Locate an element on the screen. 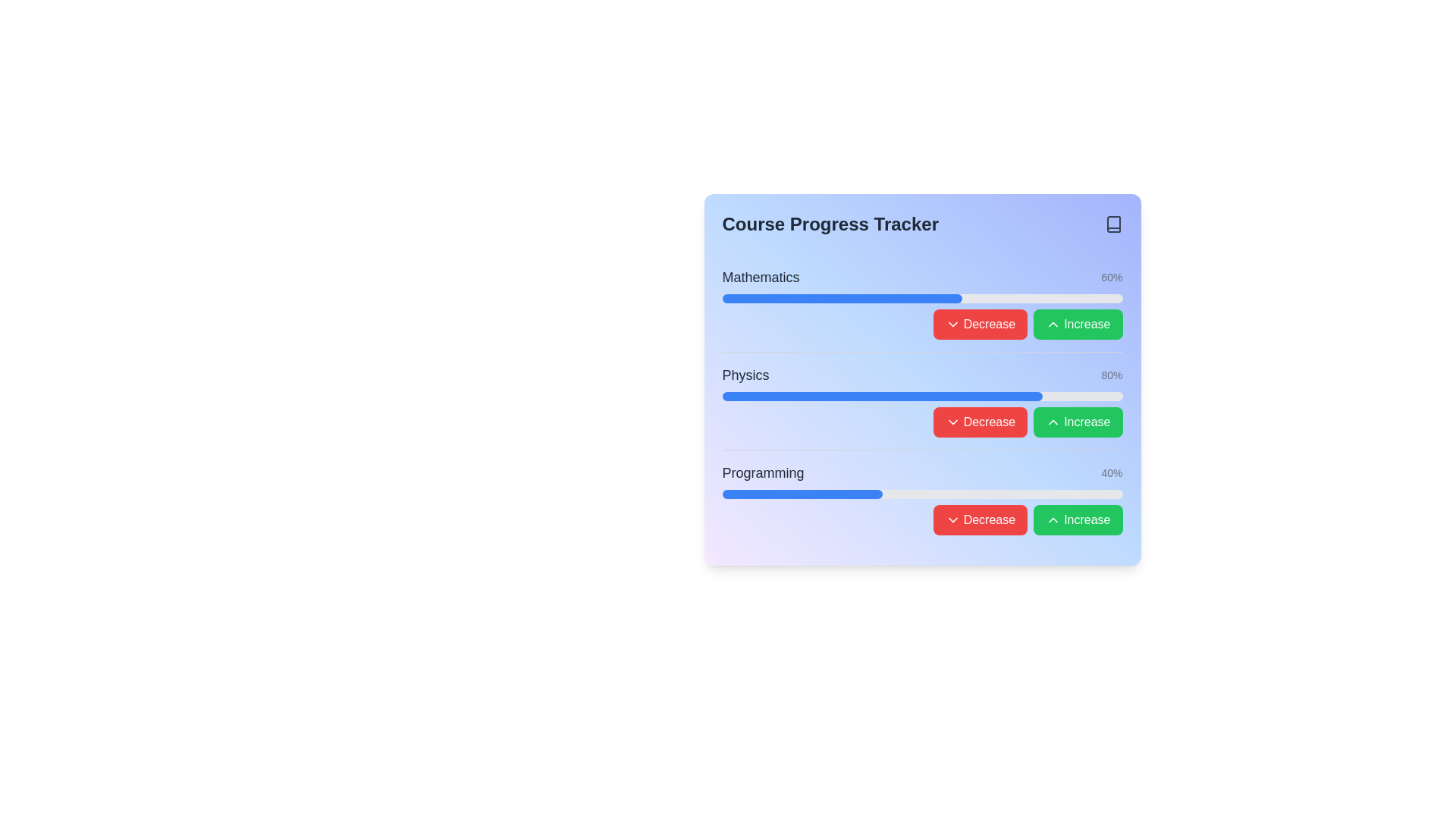  the upward-pointing chevron icon with a green background inside the 'Increase' button located at the far-right end of the Mathematics row in the progress tracker is located at coordinates (1052, 324).